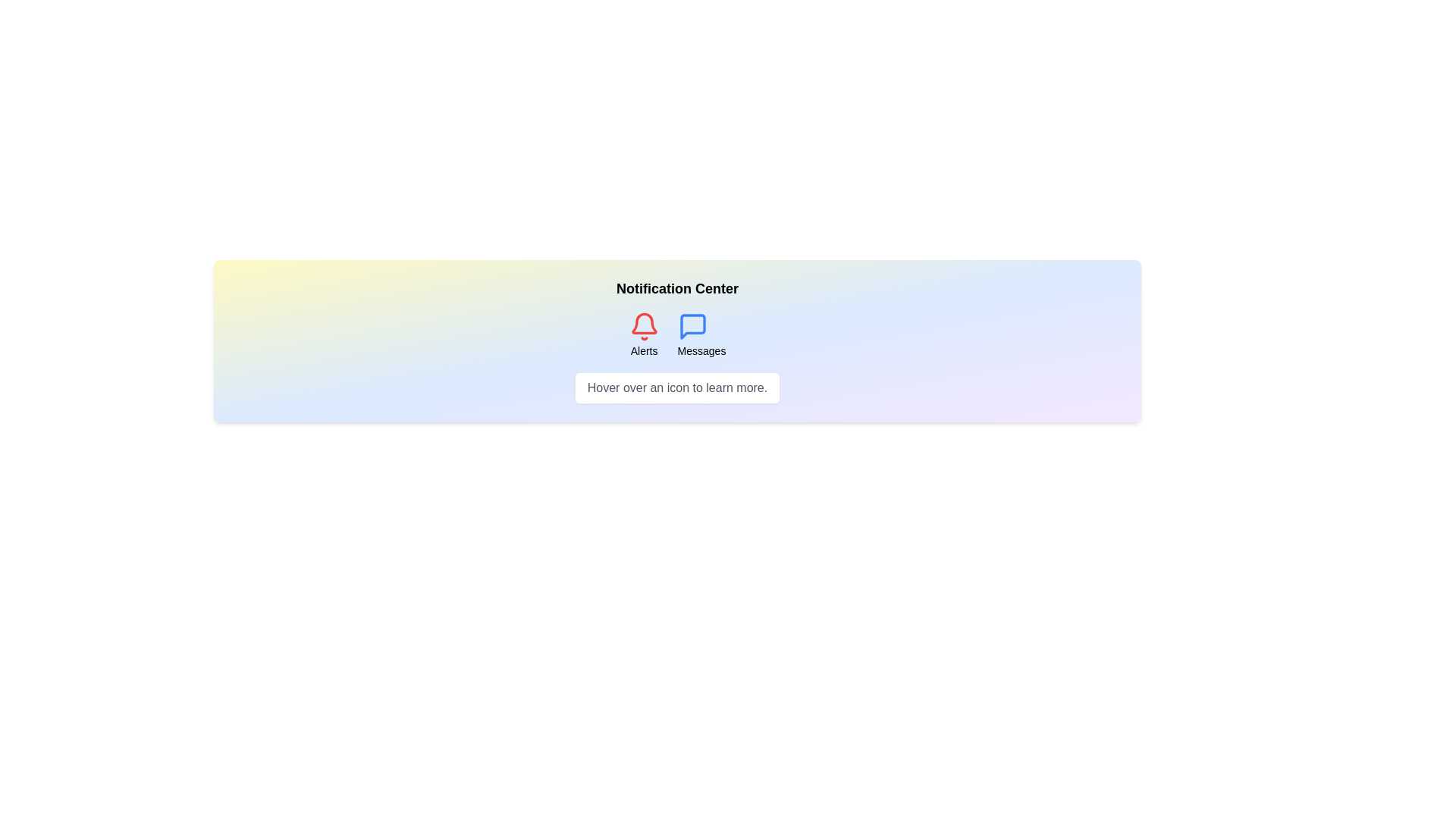  I want to click on the alert notification icon located in the upper central section of the interface, to the left of the 'Messages' component, so click(644, 335).